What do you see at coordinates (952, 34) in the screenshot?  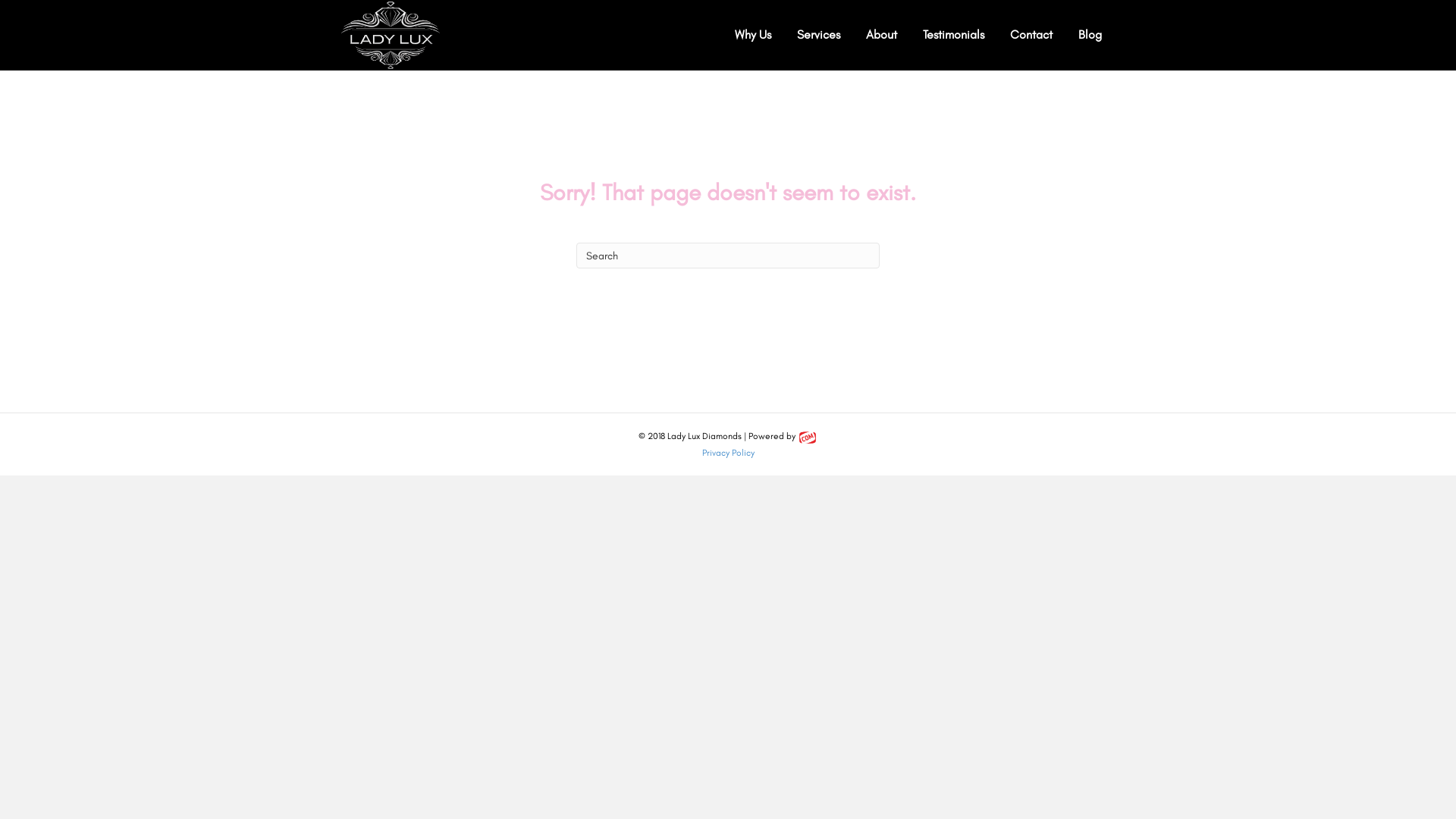 I see `'Testimonials'` at bounding box center [952, 34].